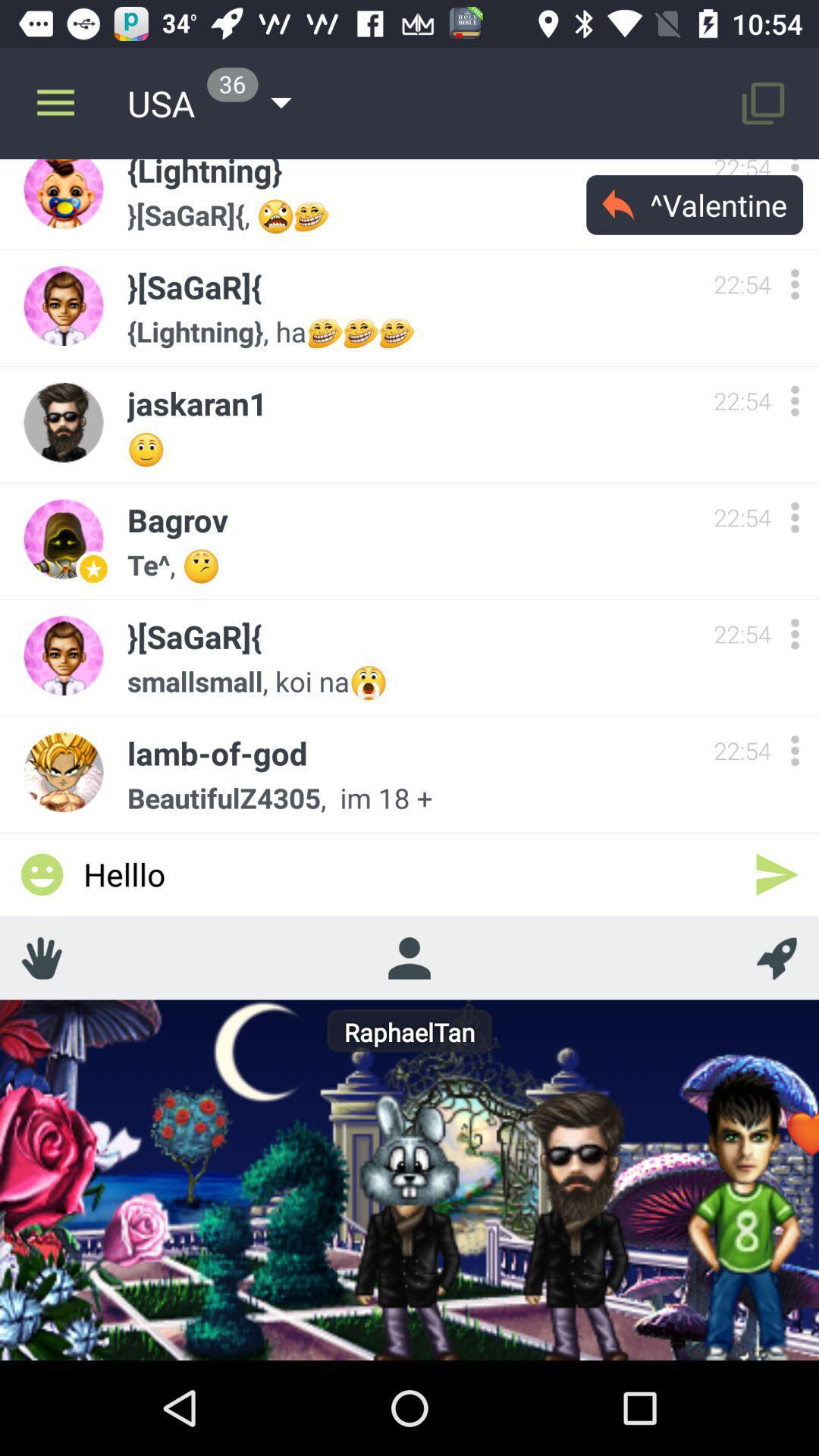 The height and width of the screenshot is (1456, 819). What do you see at coordinates (794, 284) in the screenshot?
I see `the more icon` at bounding box center [794, 284].